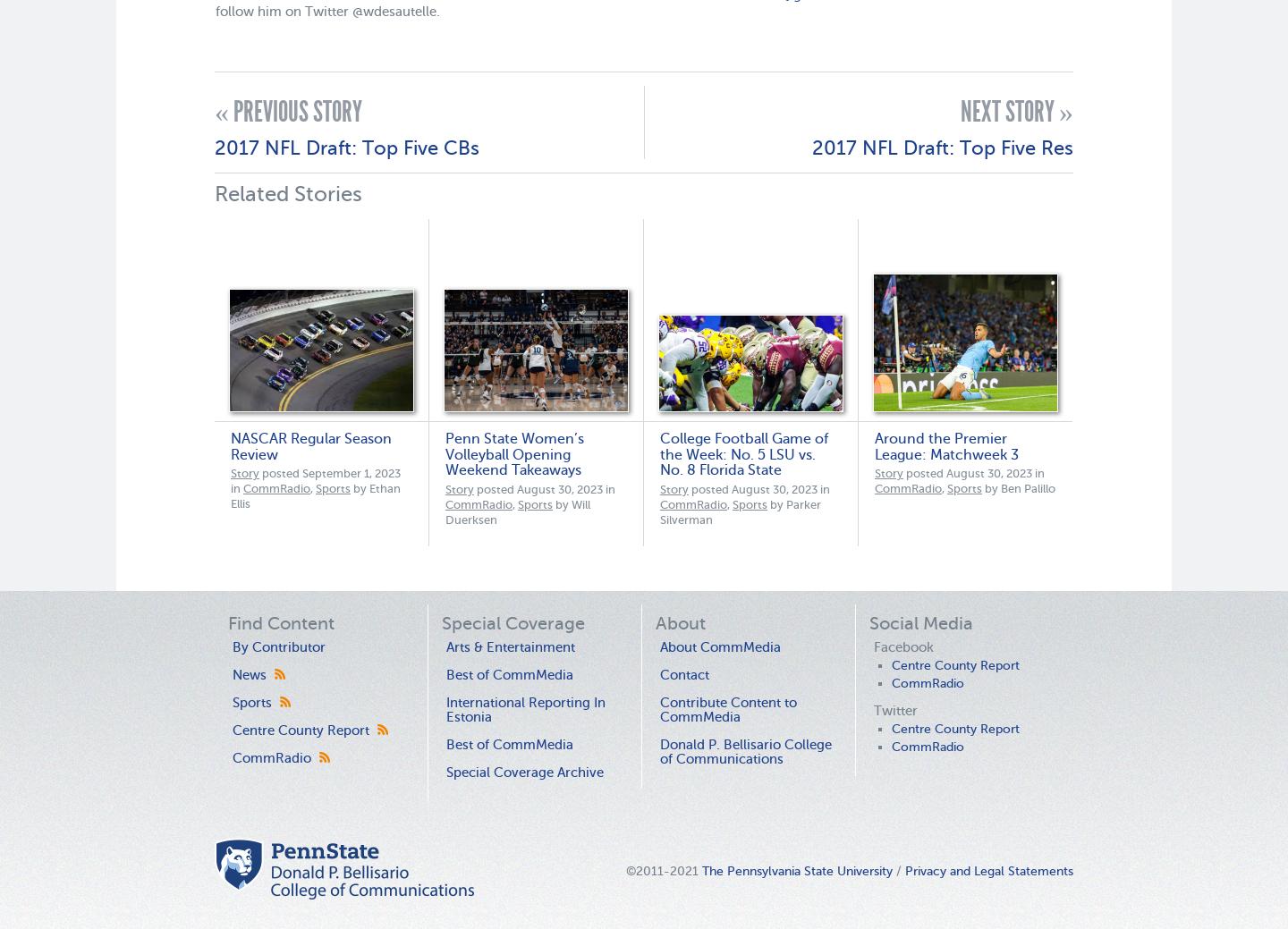  I want to click on '©2011-2021', so click(663, 871).